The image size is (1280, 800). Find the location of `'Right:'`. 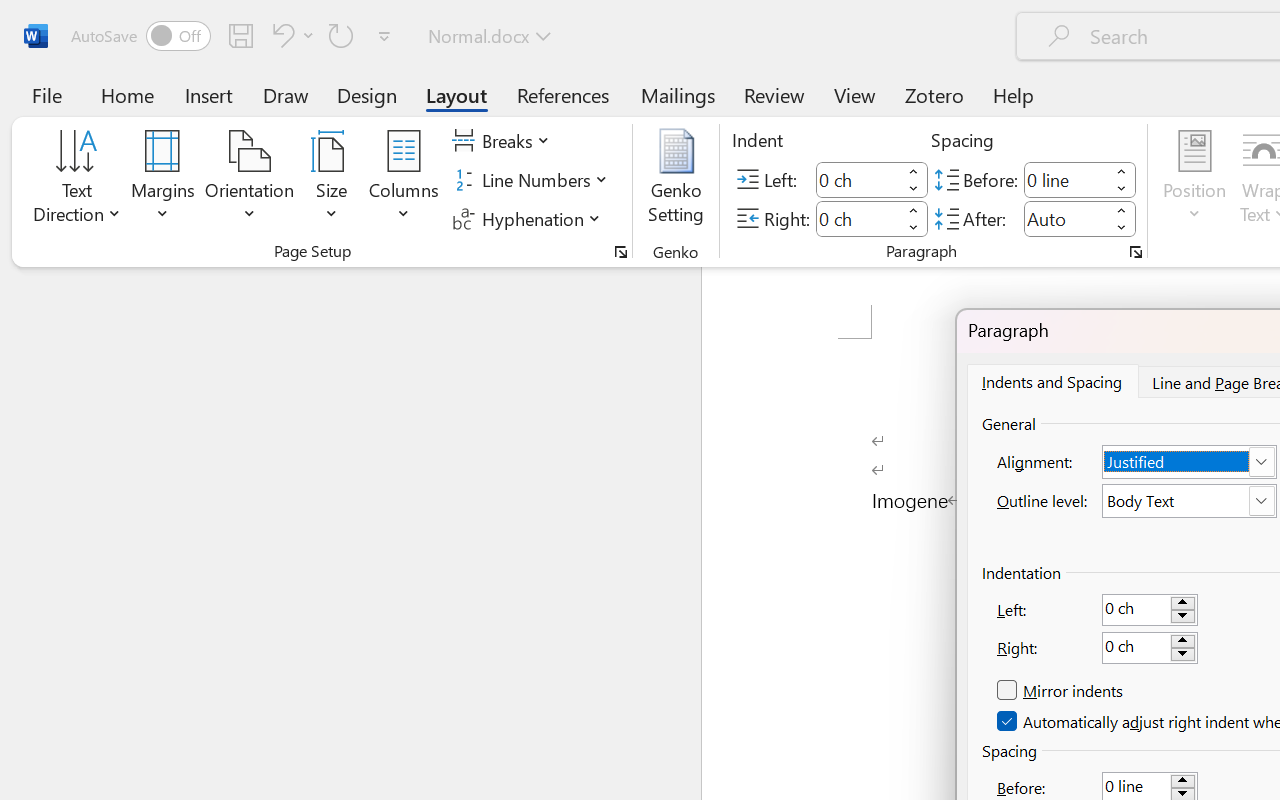

'Right:' is located at coordinates (1150, 647).